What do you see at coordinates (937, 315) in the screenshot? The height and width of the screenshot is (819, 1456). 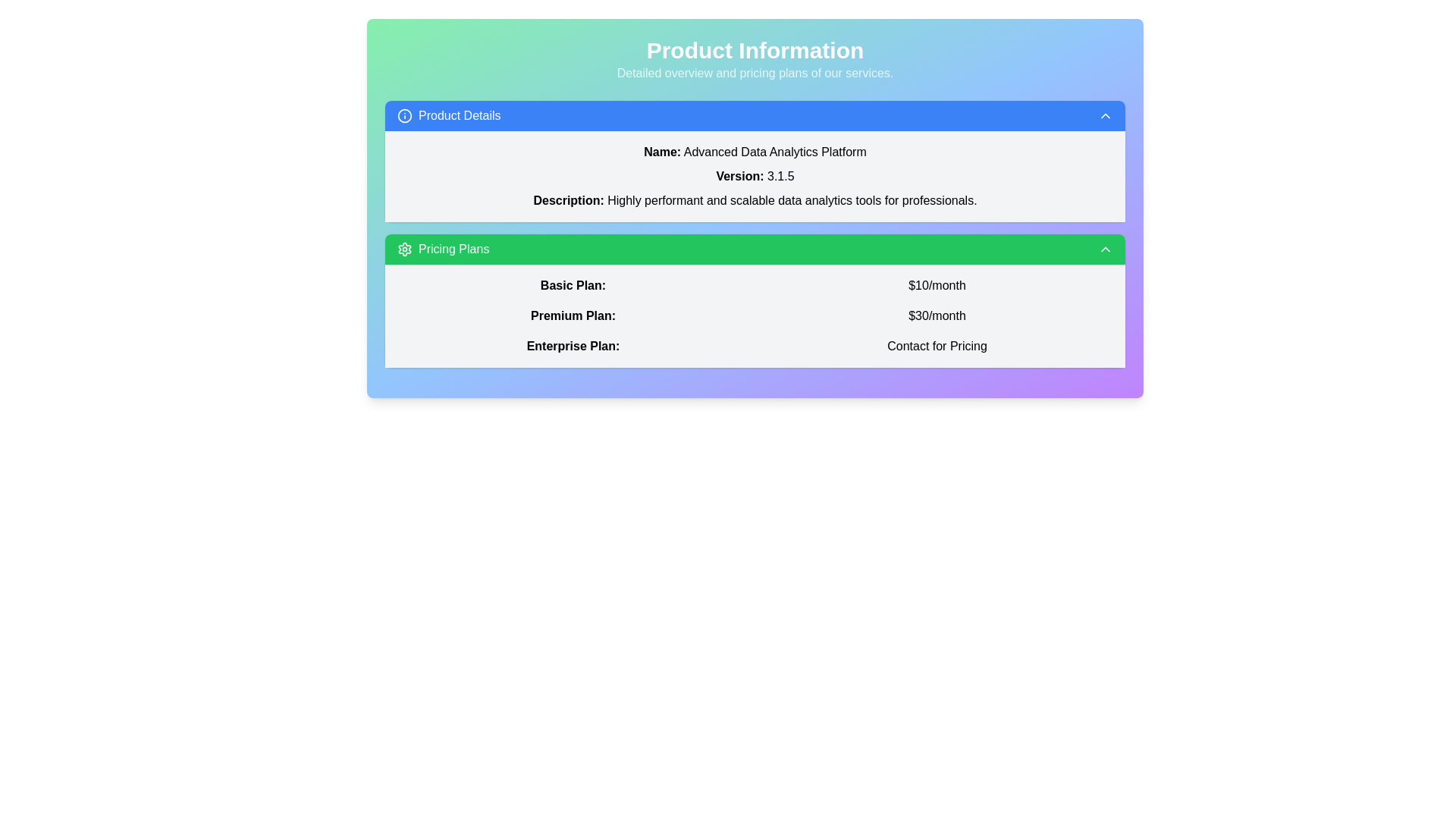 I see `informational text regarding the monthly cost of the Premium Plan, which is located to the right of the 'Premium Plan:' label in the pricing table` at bounding box center [937, 315].